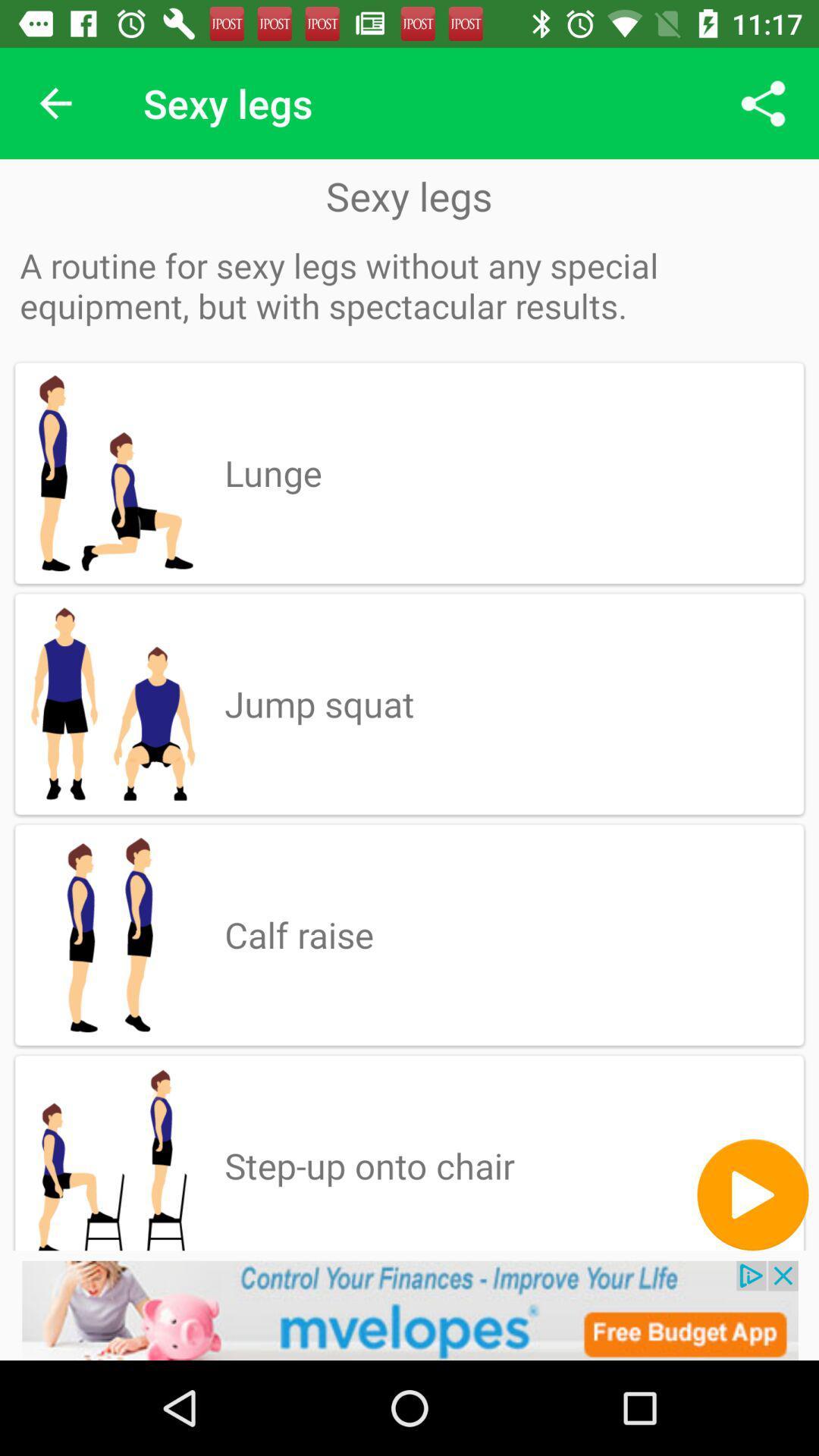 The width and height of the screenshot is (819, 1456). What do you see at coordinates (409, 1310) in the screenshot?
I see `learn about this product` at bounding box center [409, 1310].